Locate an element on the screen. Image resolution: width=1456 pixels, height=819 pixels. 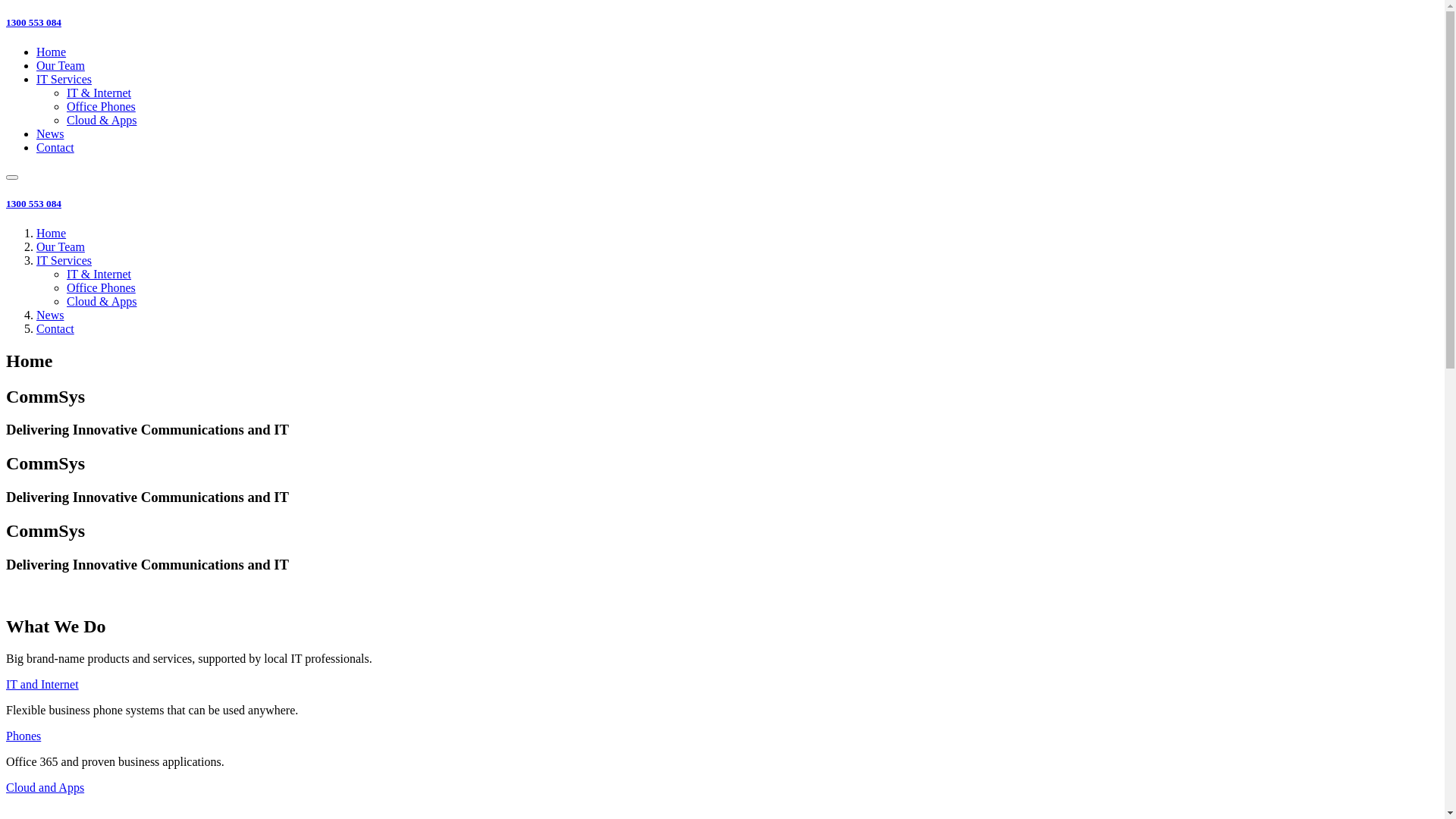
'Our Team' is located at coordinates (61, 246).